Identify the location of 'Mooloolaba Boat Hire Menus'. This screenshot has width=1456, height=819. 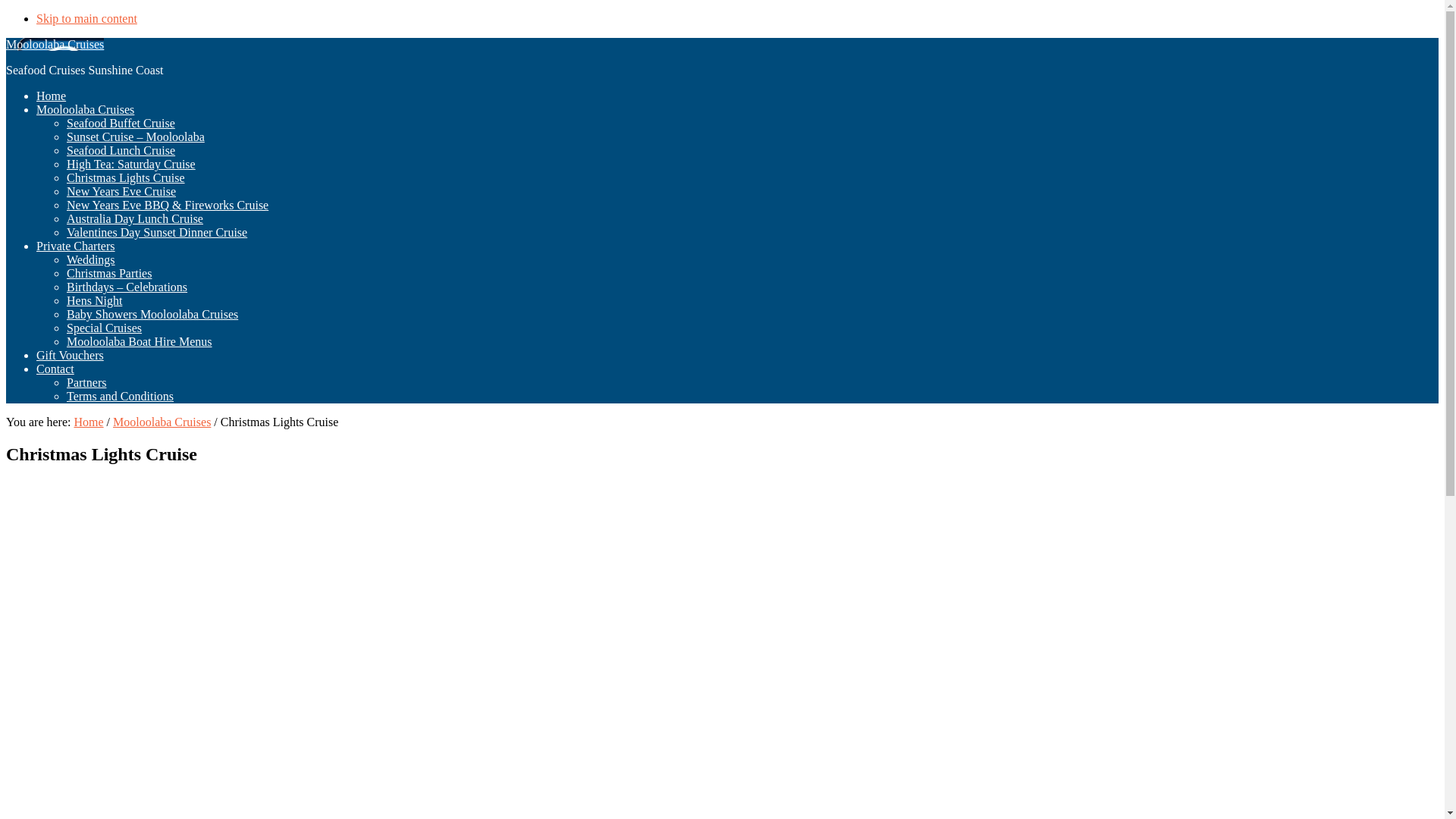
(139, 341).